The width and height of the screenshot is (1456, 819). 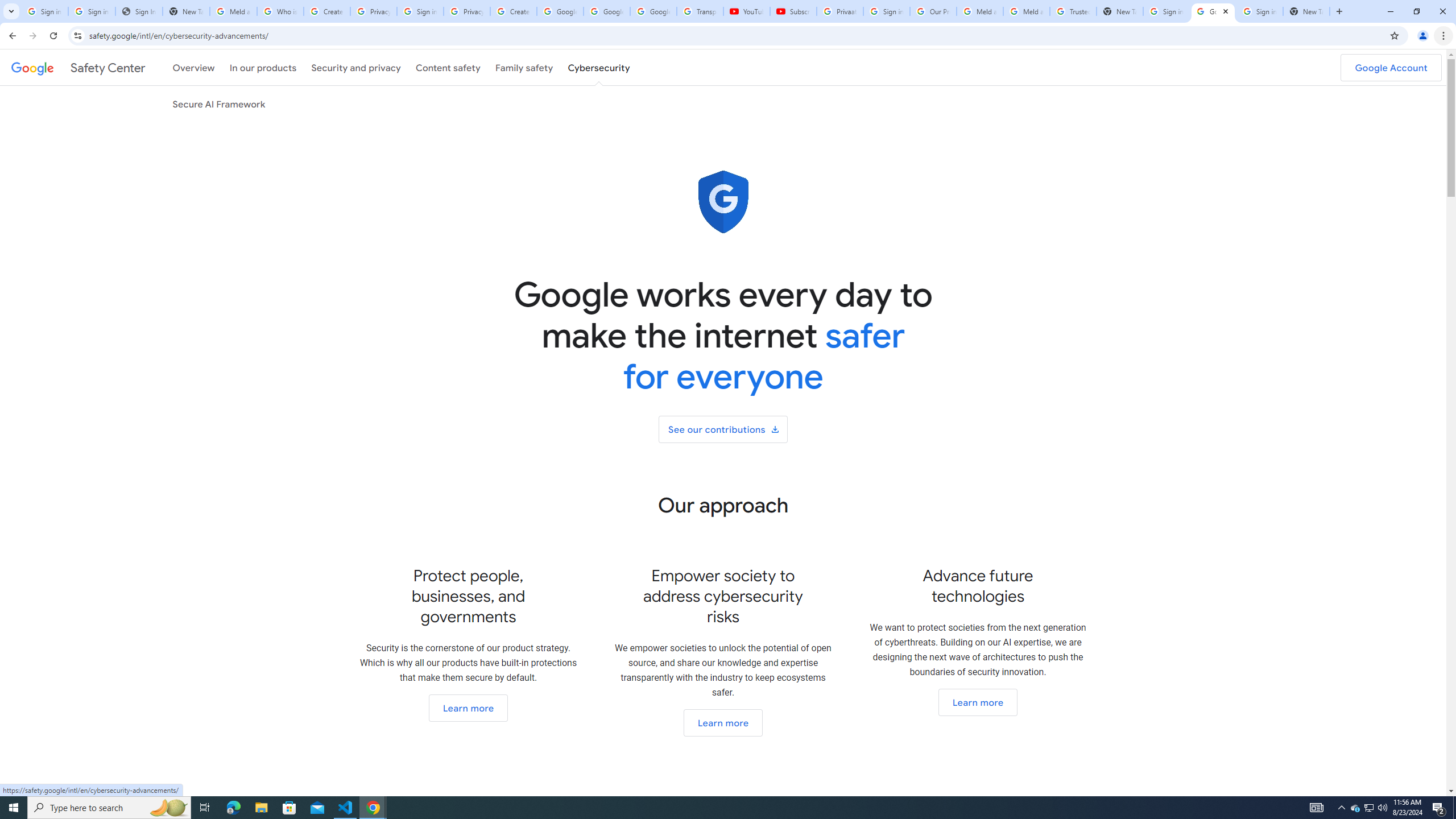 What do you see at coordinates (447, 67) in the screenshot?
I see `'Content safety'` at bounding box center [447, 67].